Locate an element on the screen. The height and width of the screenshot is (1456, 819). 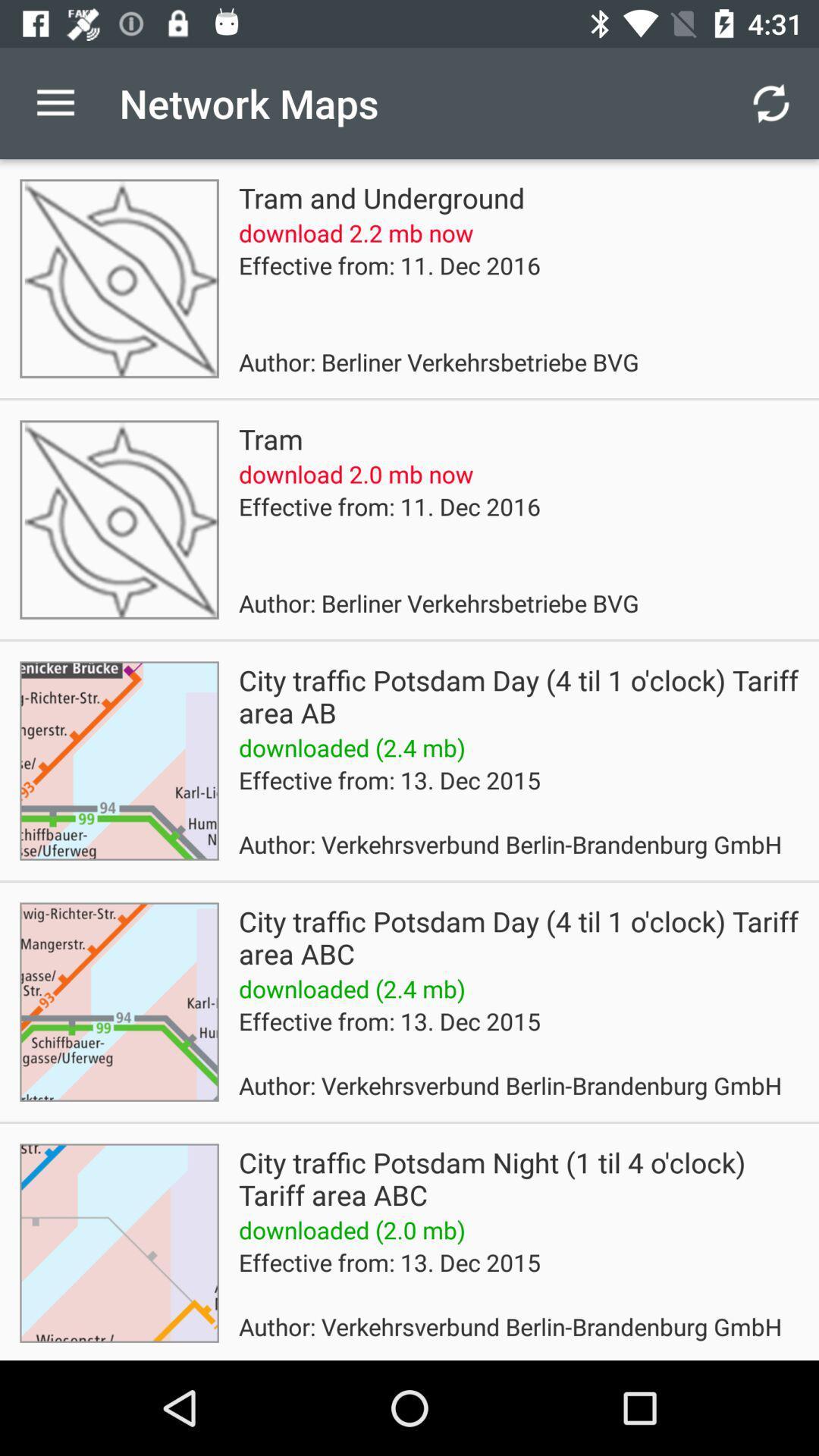
the app to the right of network maps is located at coordinates (771, 102).